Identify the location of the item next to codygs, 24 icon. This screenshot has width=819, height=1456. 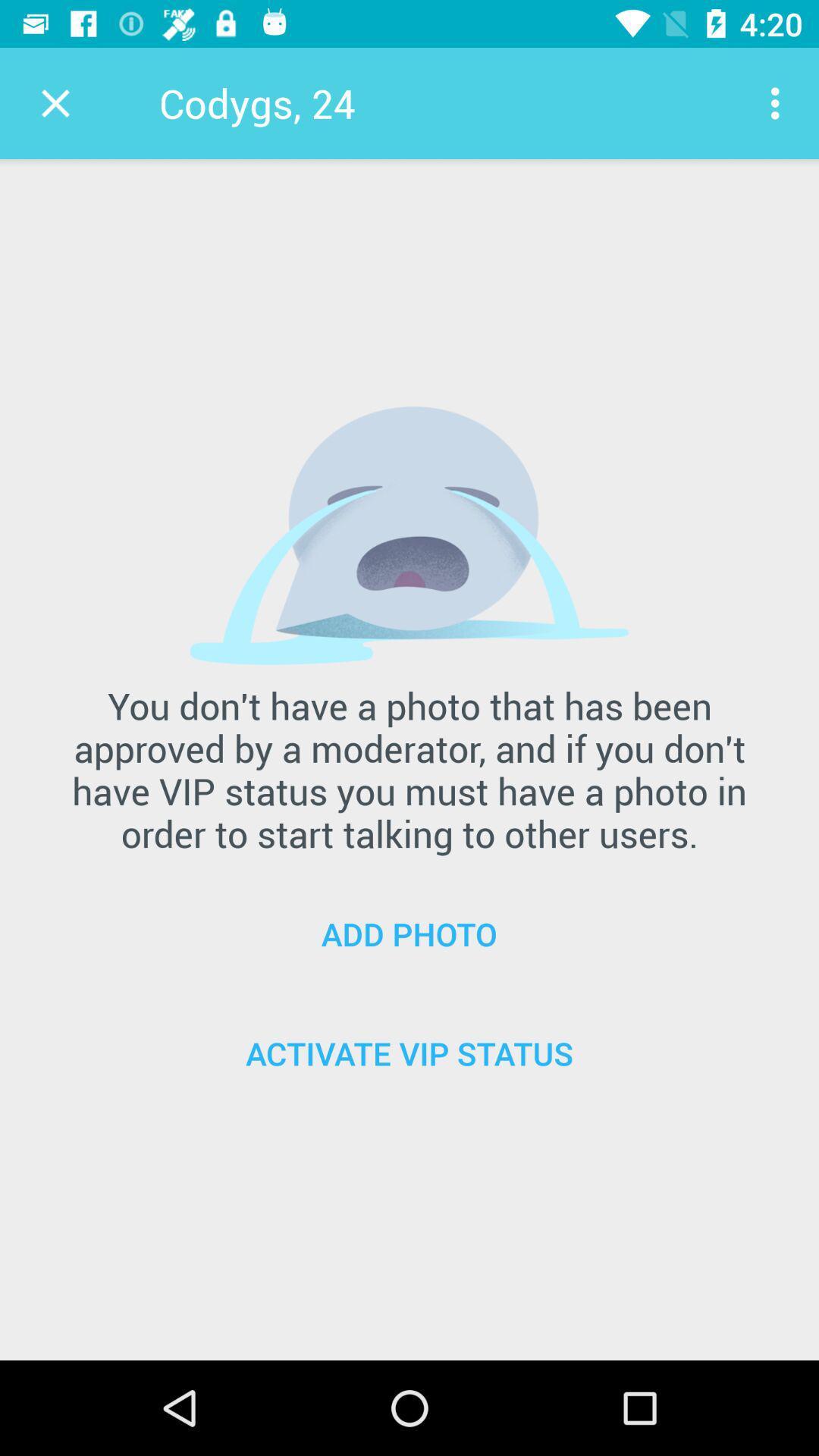
(55, 102).